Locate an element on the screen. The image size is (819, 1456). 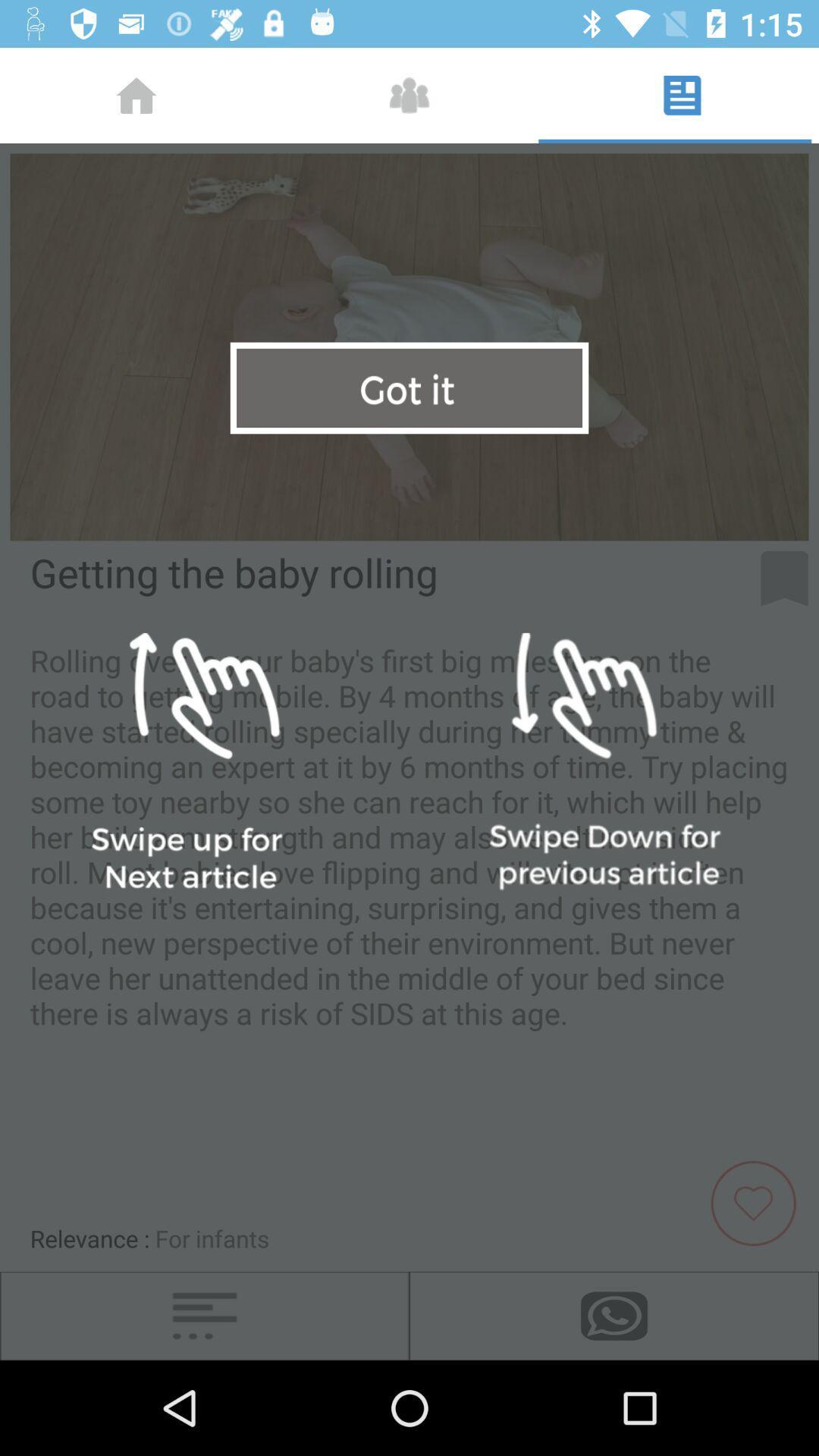
flag for later is located at coordinates (784, 578).